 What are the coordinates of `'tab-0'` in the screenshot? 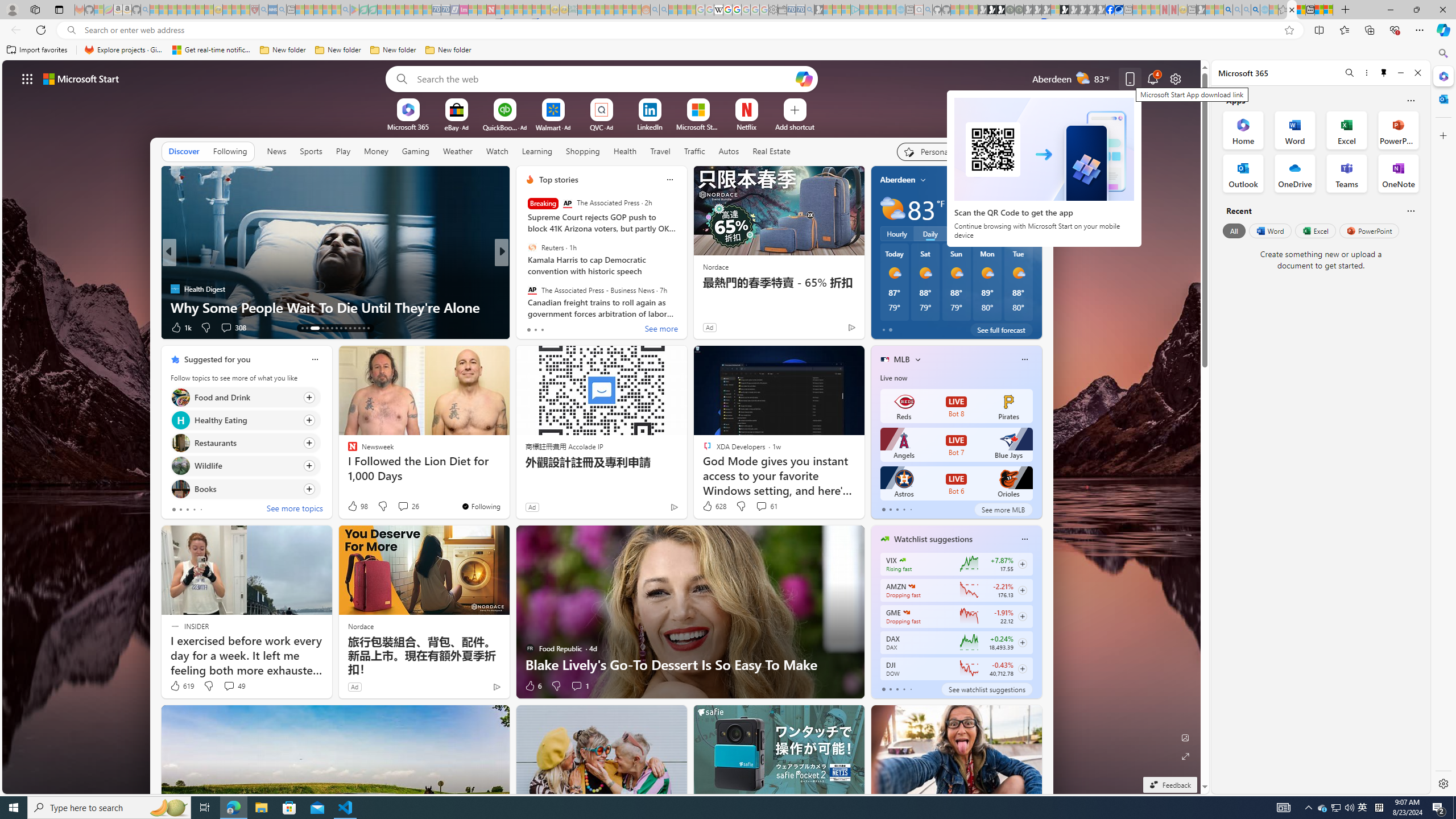 It's located at (883, 689).